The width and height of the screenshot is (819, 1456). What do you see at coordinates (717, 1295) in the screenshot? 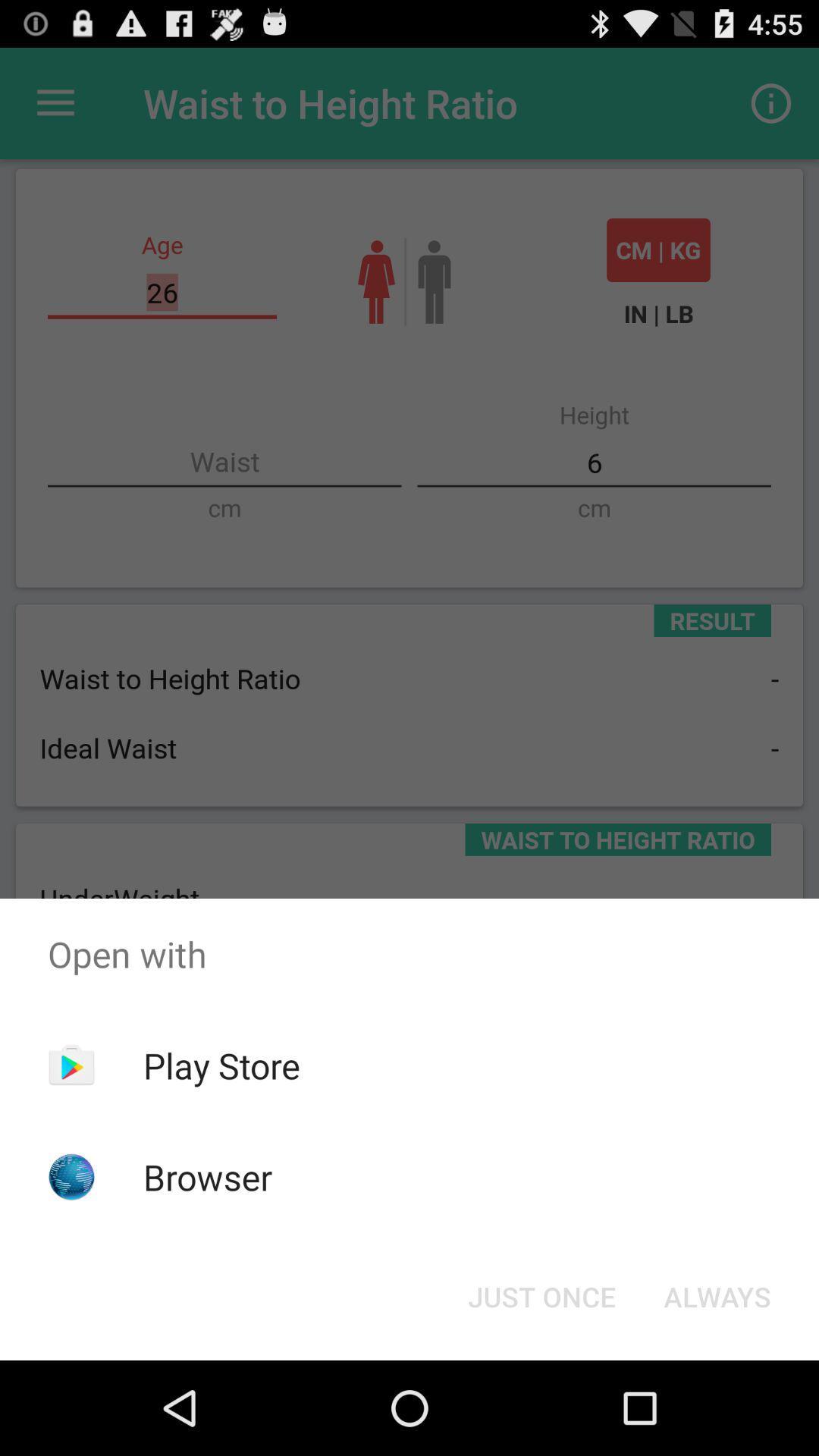
I see `the always` at bounding box center [717, 1295].